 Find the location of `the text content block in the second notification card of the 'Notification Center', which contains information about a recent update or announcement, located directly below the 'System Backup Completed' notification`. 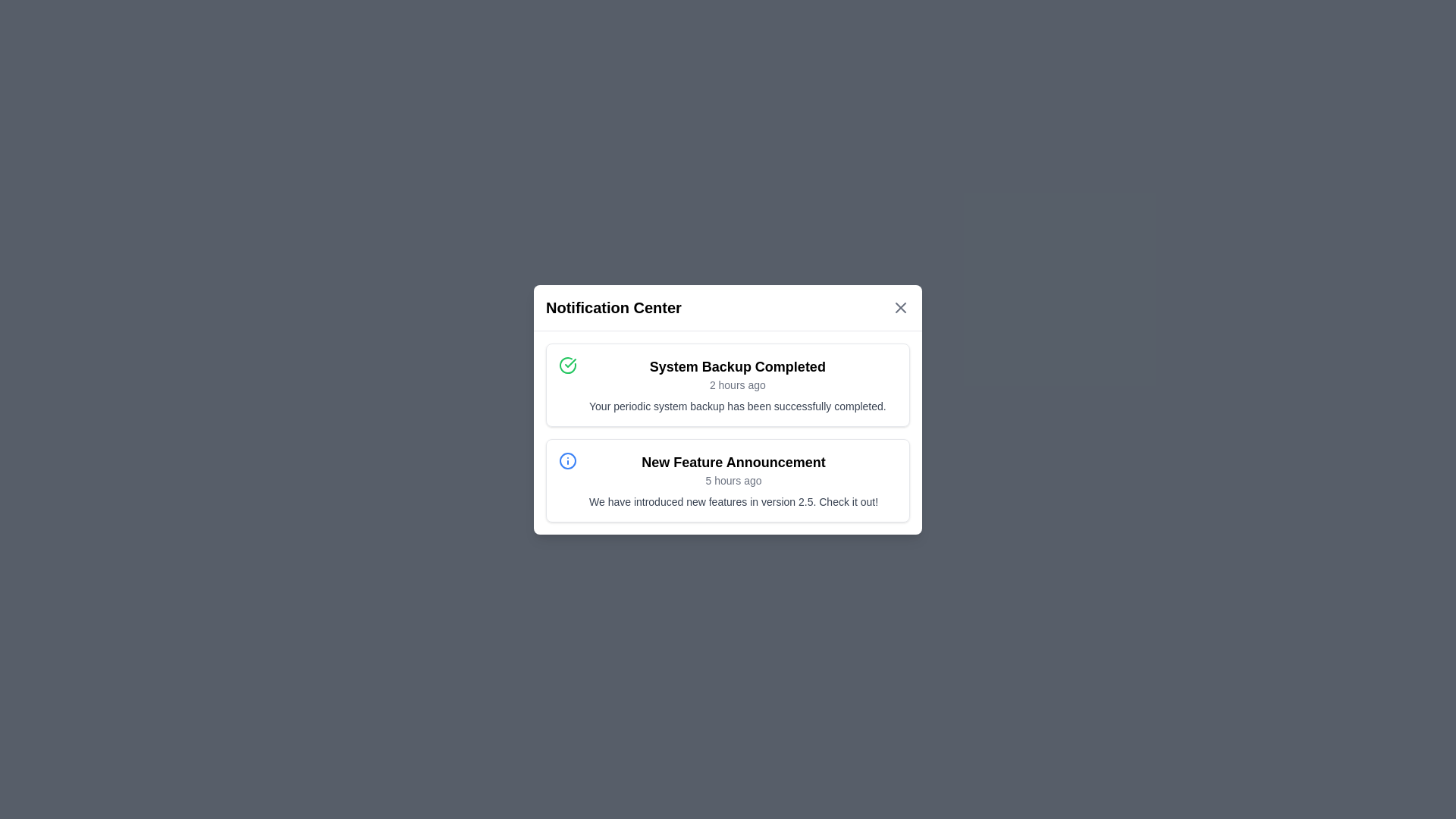

the text content block in the second notification card of the 'Notification Center', which contains information about a recent update or announcement, located directly below the 'System Backup Completed' notification is located at coordinates (733, 480).